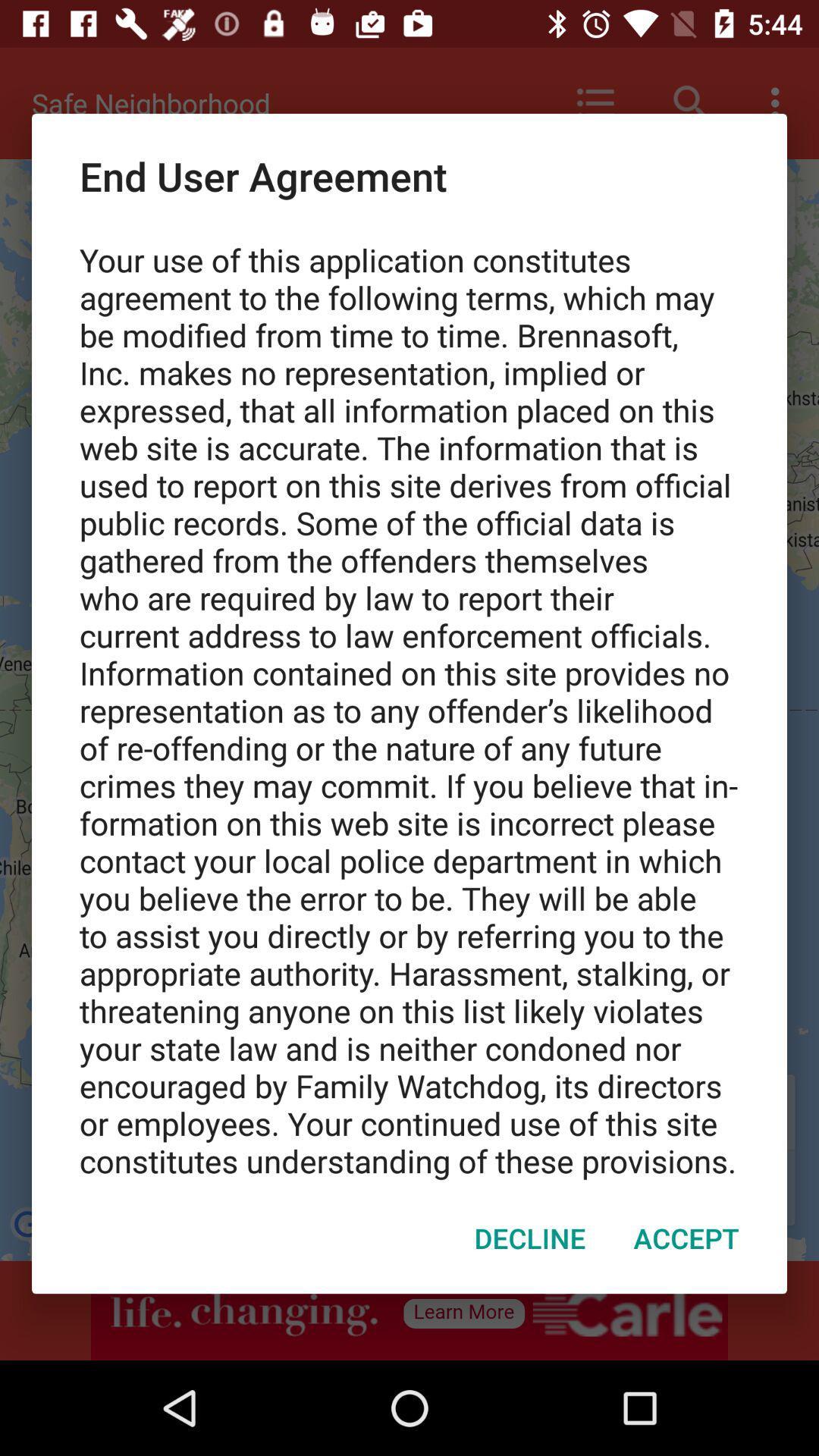  I want to click on the icon below the your use of, so click(686, 1238).